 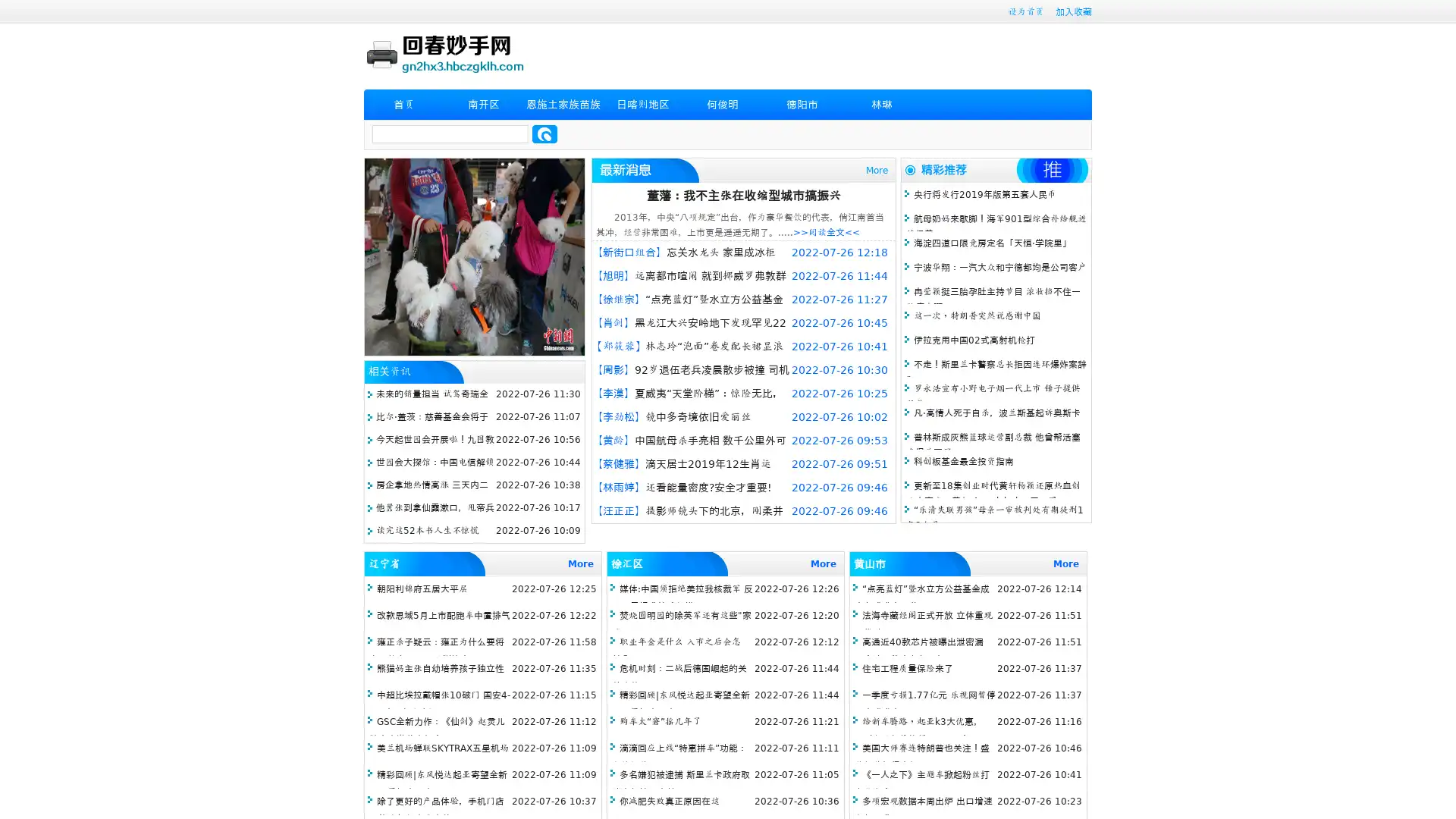 I want to click on Search, so click(x=544, y=133).